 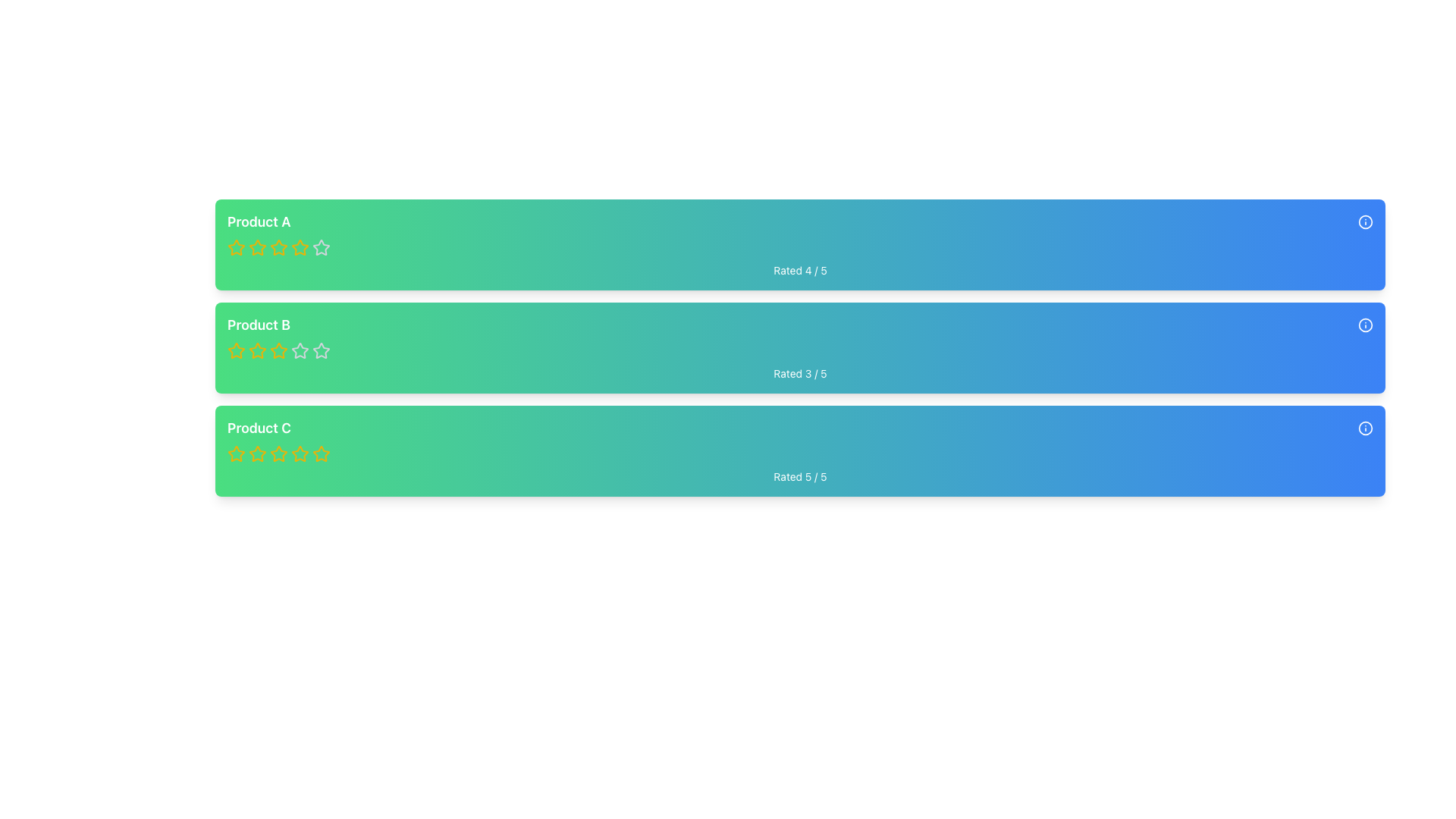 What do you see at coordinates (320, 246) in the screenshot?
I see `the fourth star icon in the rating component for 'Product A' to rate it as 4 points` at bounding box center [320, 246].